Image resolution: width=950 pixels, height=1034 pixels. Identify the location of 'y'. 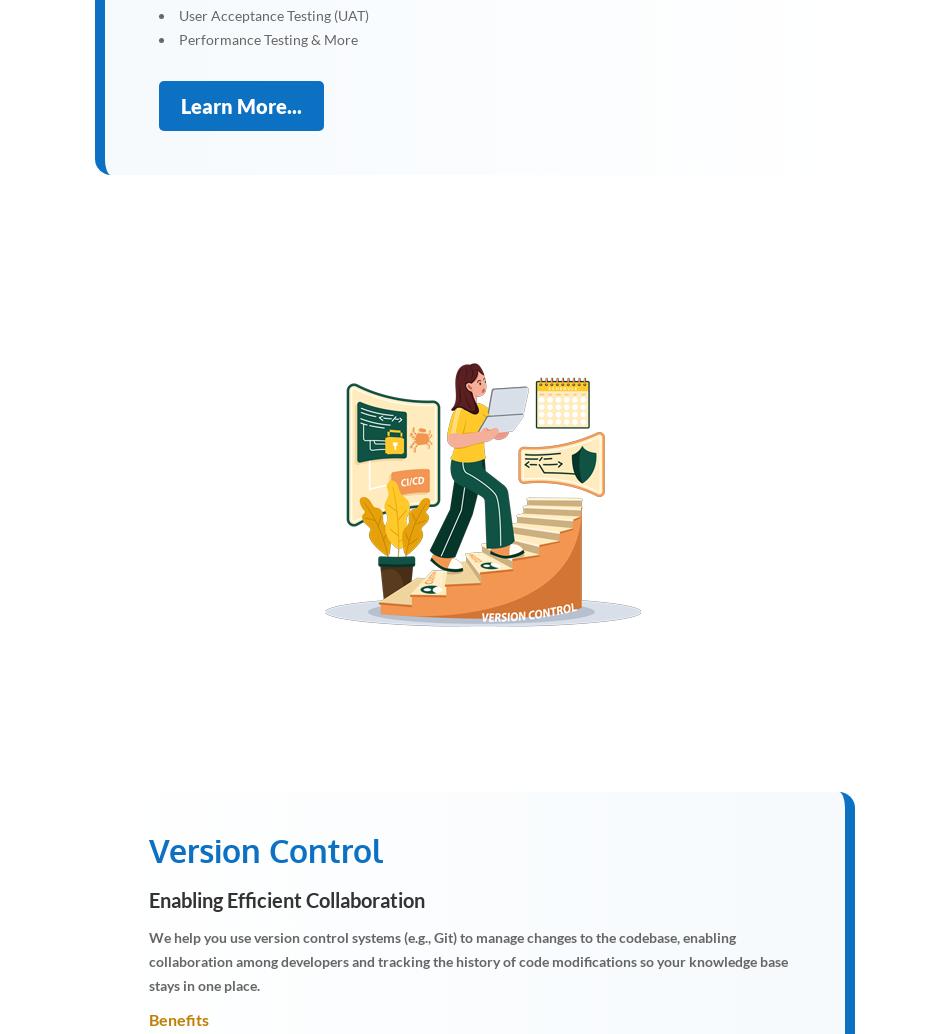
(526, 489).